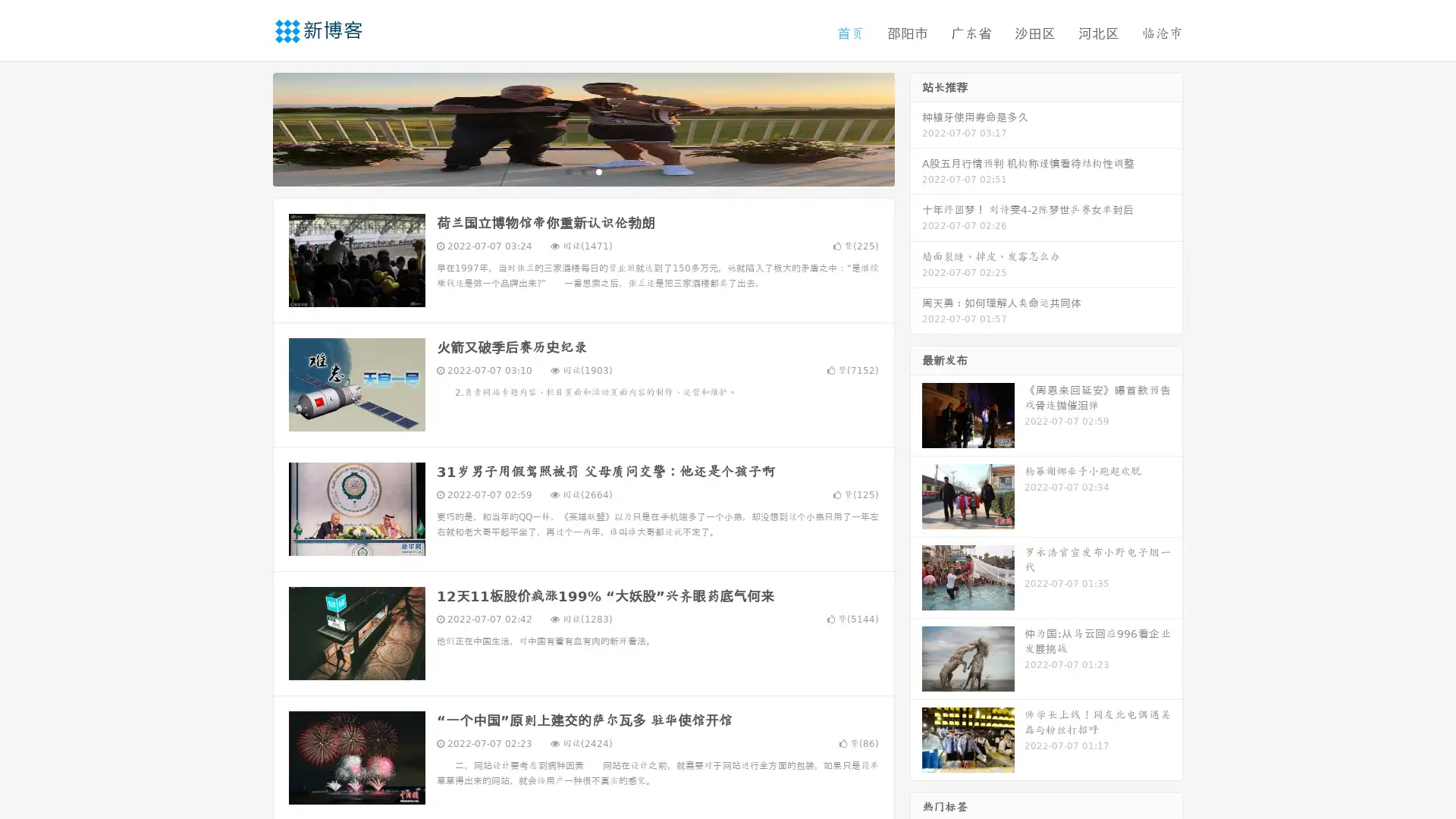  I want to click on Go to slide 3, so click(598, 171).